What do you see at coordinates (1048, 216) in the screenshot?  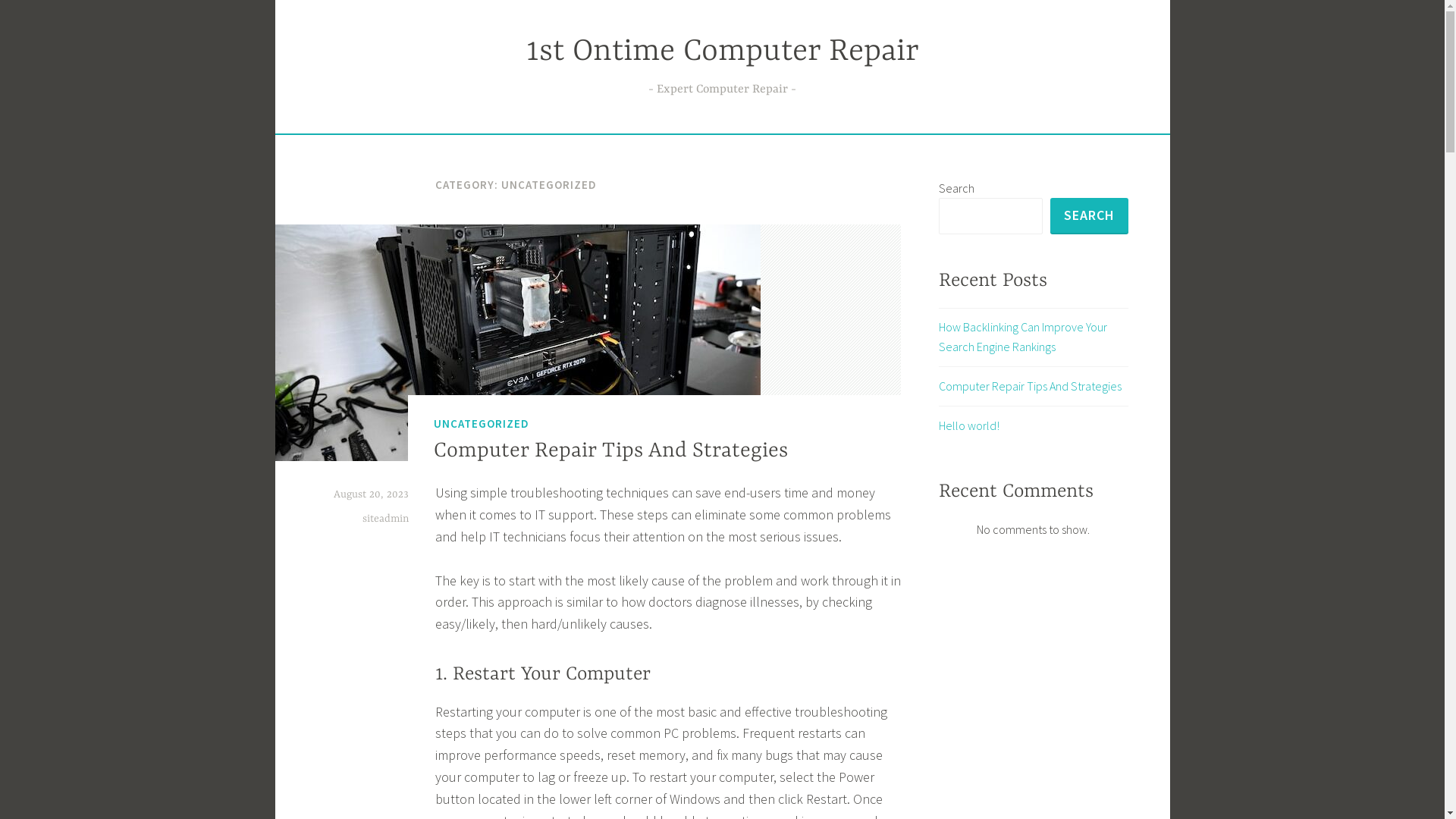 I see `'SEARCH'` at bounding box center [1048, 216].